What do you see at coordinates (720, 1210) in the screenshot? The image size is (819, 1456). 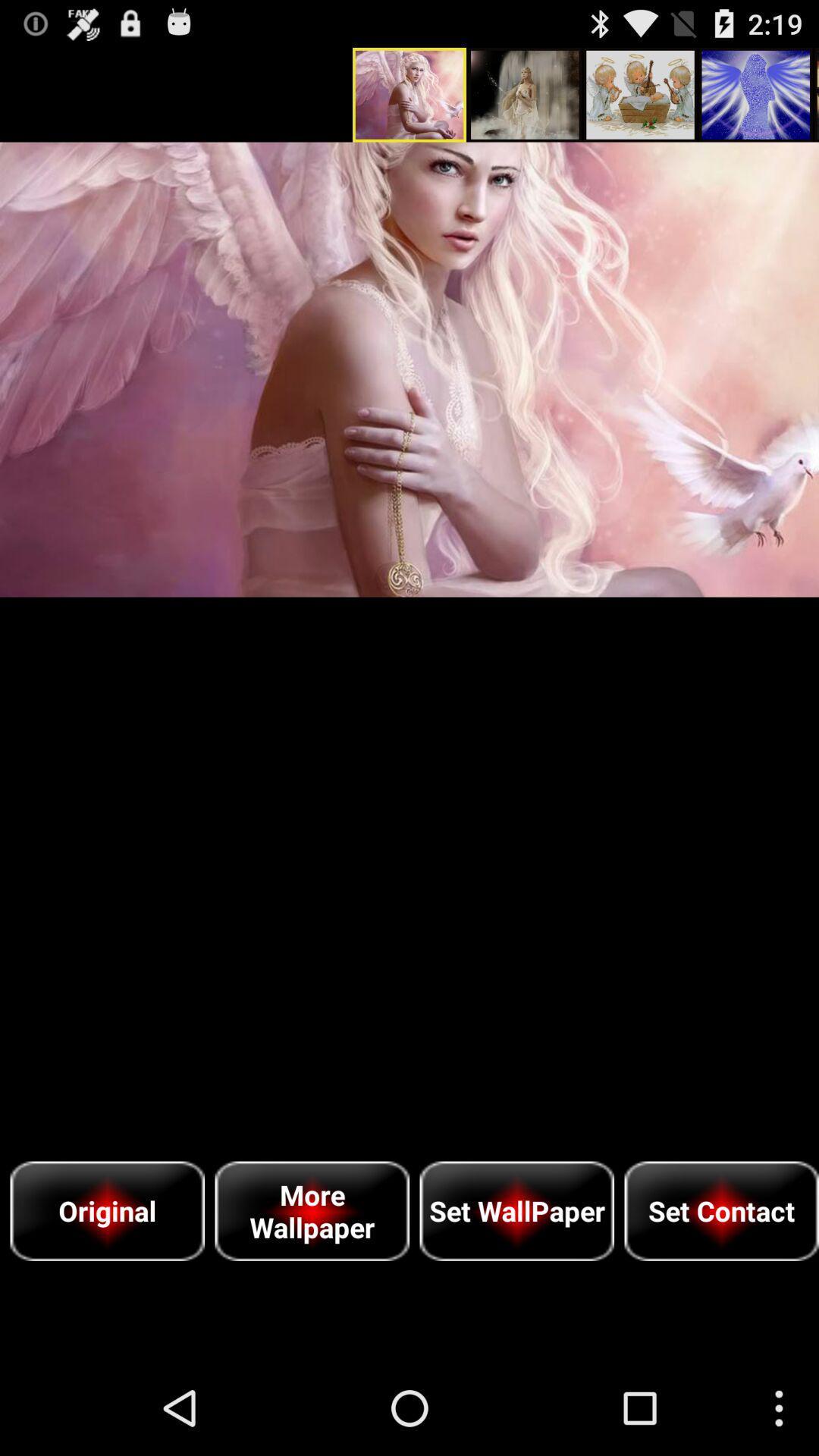 I see `set contact` at bounding box center [720, 1210].